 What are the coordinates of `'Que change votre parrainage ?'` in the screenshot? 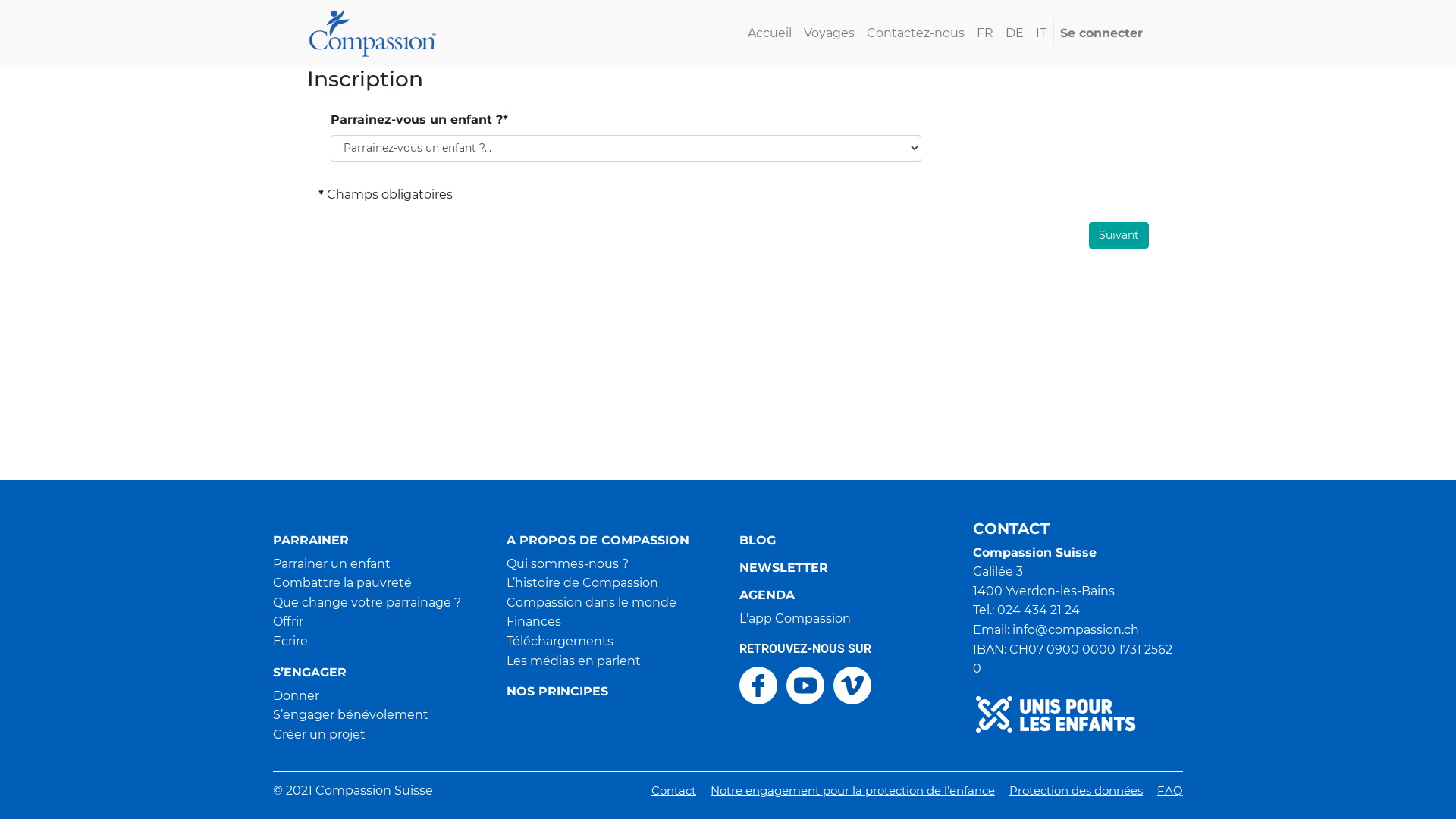 It's located at (367, 601).